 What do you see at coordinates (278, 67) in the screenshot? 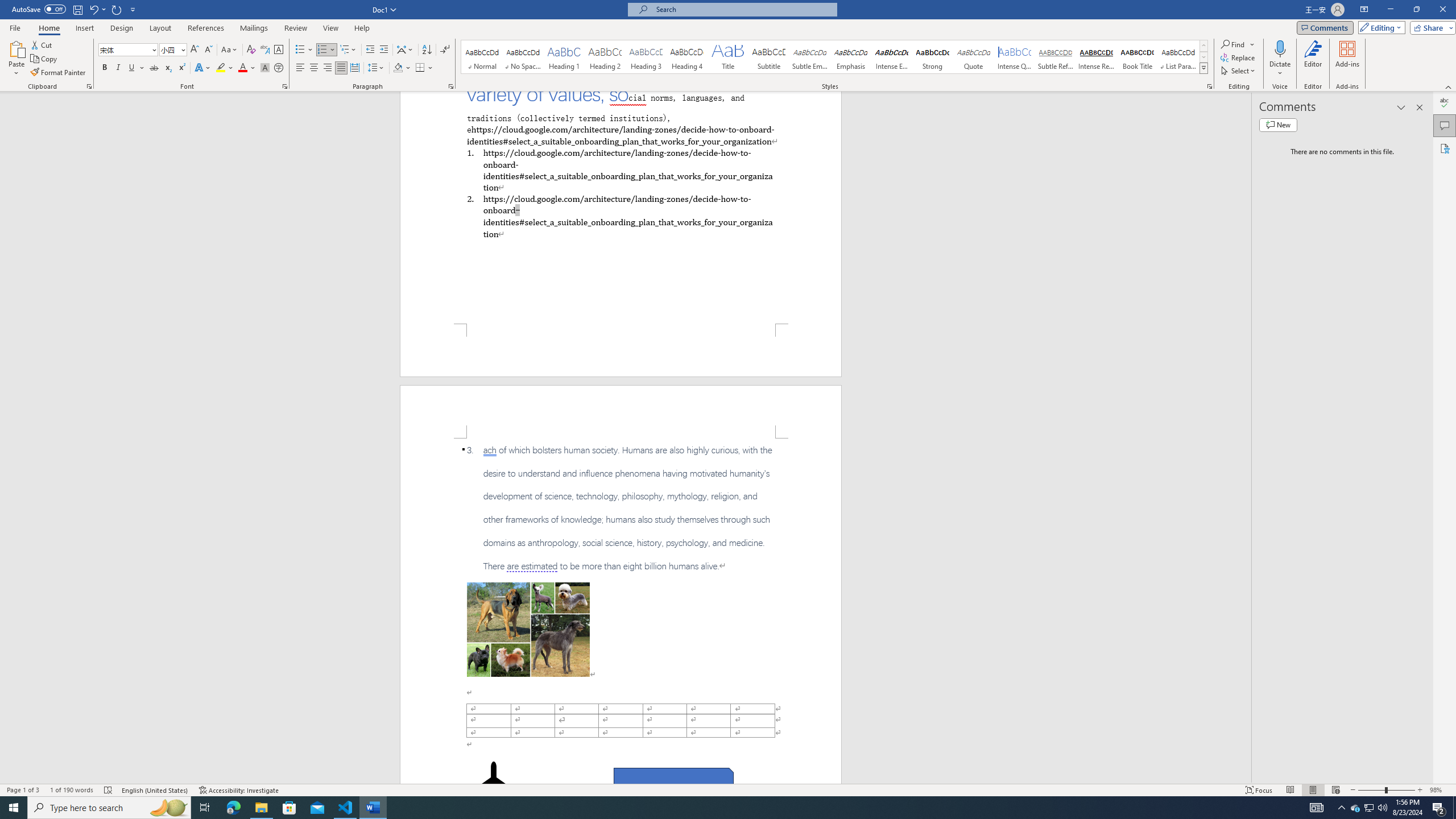
I see `'Enclose Characters...'` at bounding box center [278, 67].